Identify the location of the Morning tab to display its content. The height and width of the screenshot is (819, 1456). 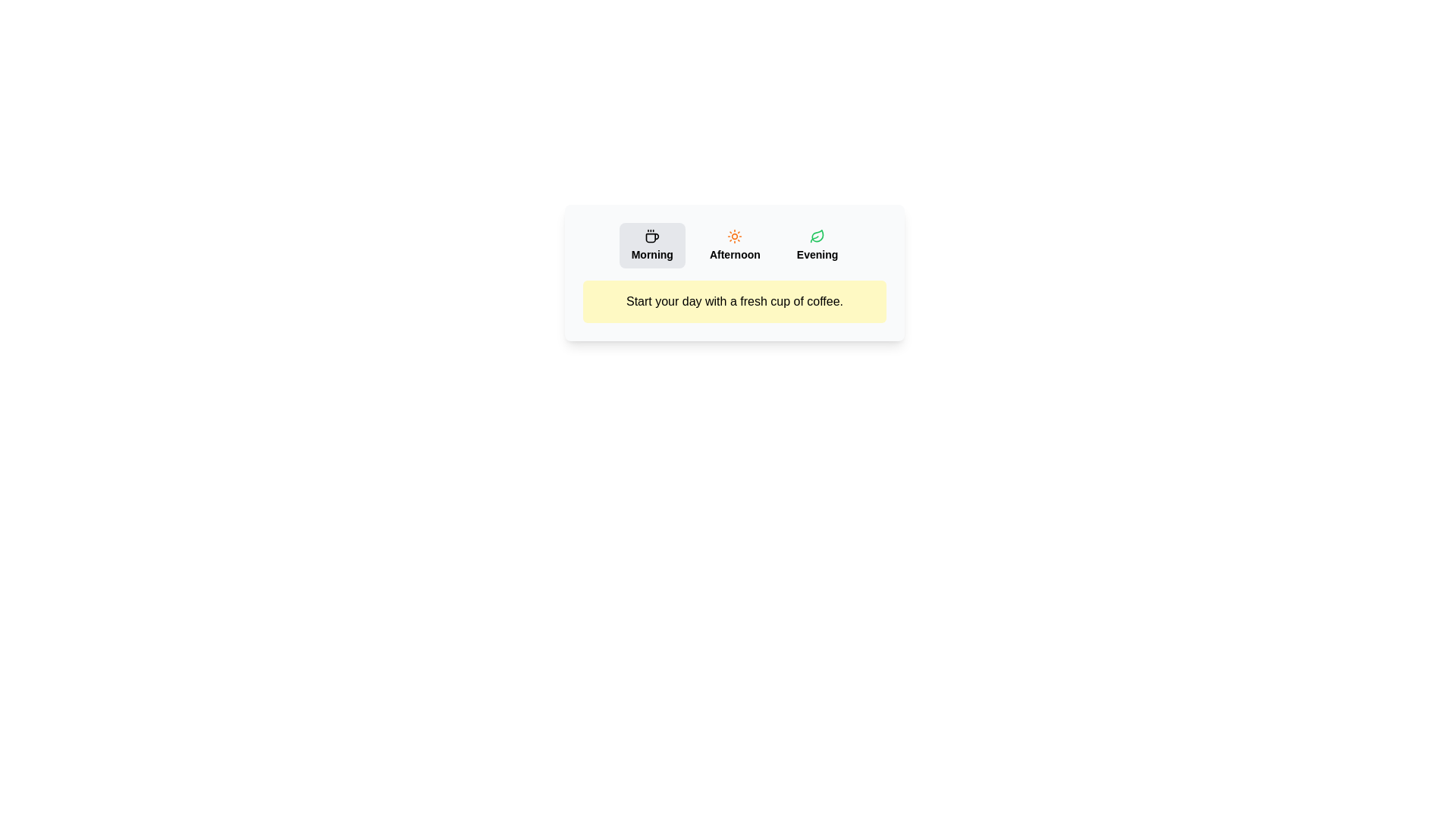
(651, 245).